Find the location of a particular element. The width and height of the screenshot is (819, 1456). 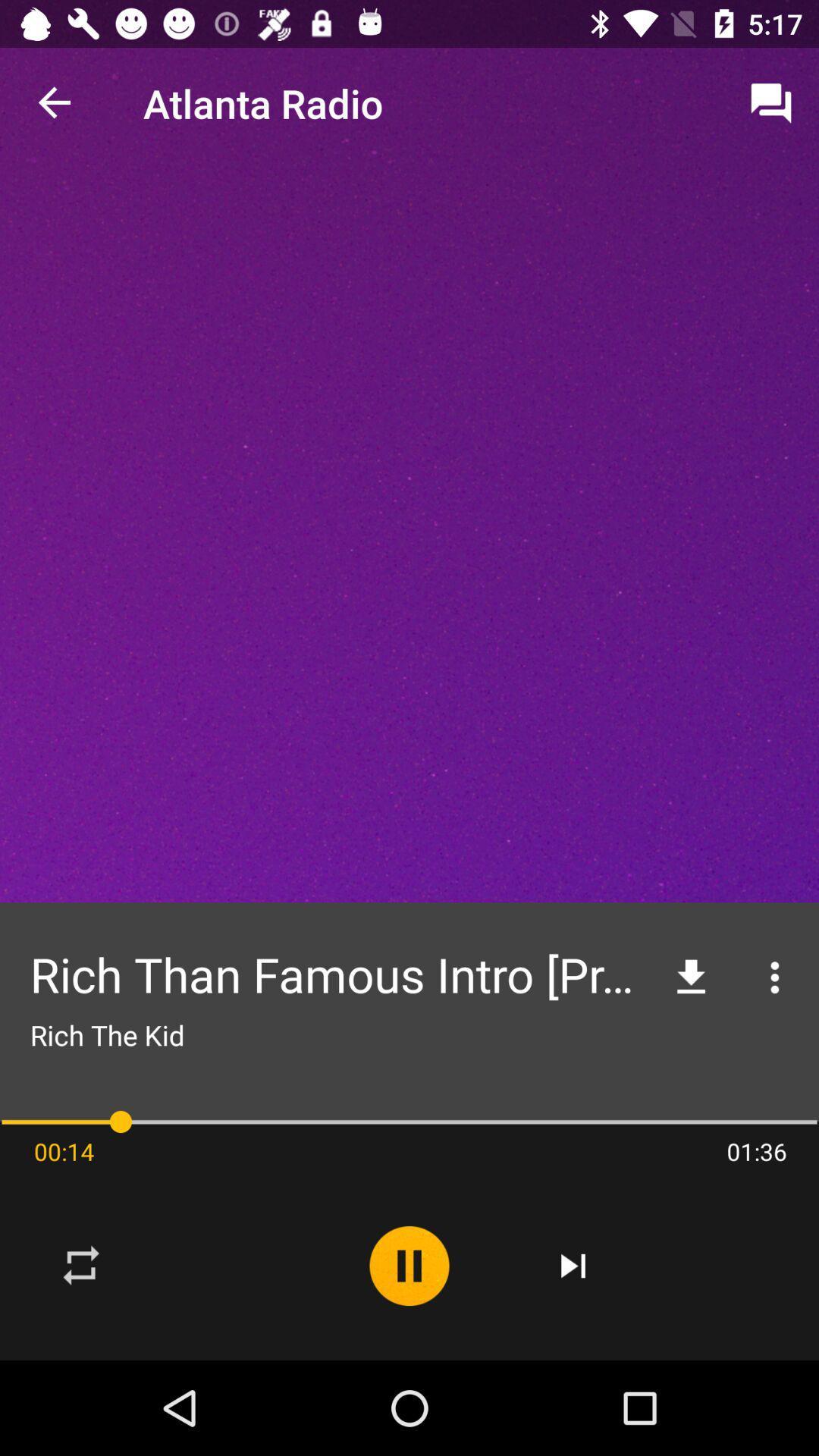

the file_download icon is located at coordinates (691, 977).